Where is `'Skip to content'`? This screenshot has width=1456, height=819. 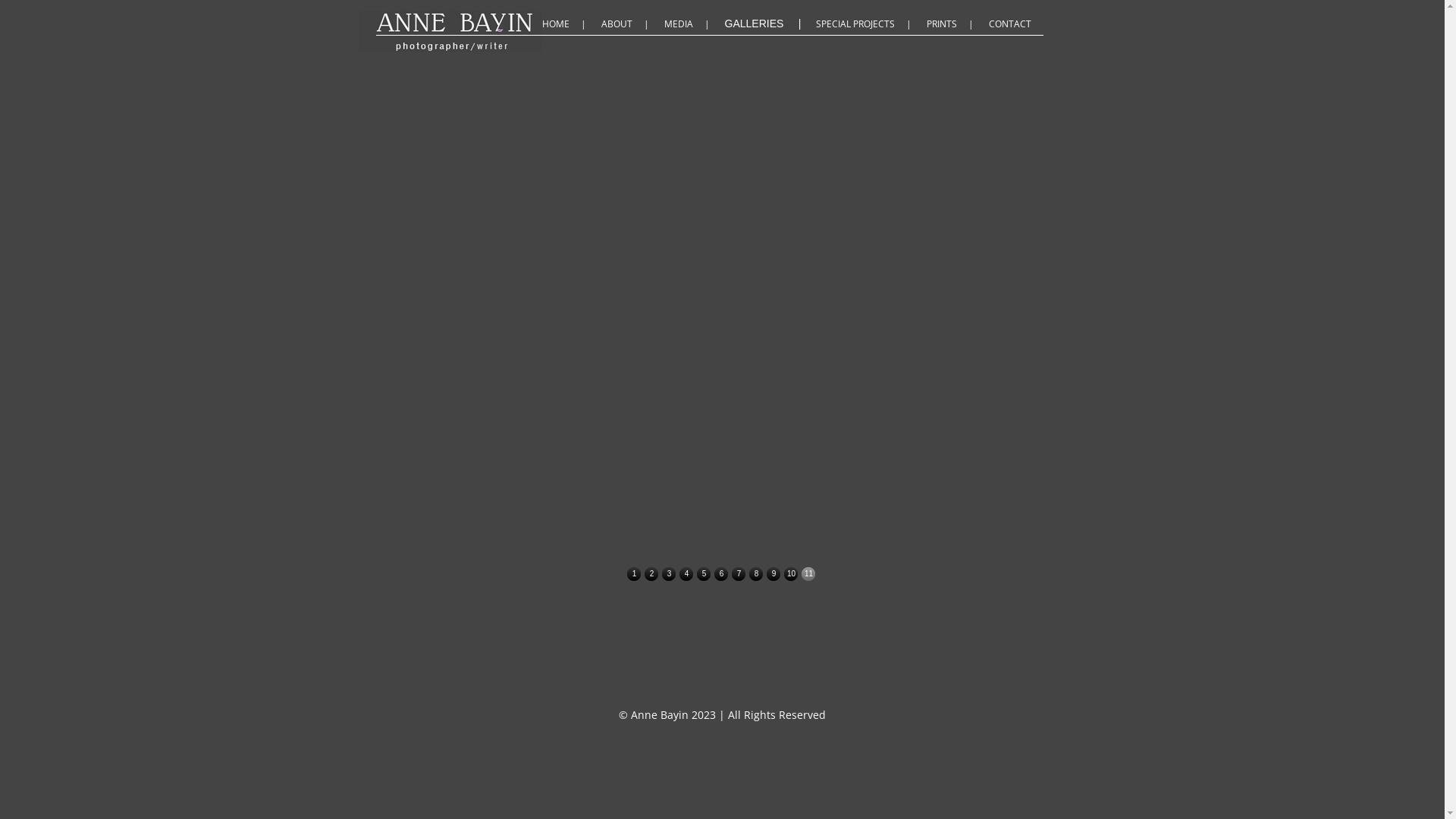 'Skip to content' is located at coordinates (829, 9).